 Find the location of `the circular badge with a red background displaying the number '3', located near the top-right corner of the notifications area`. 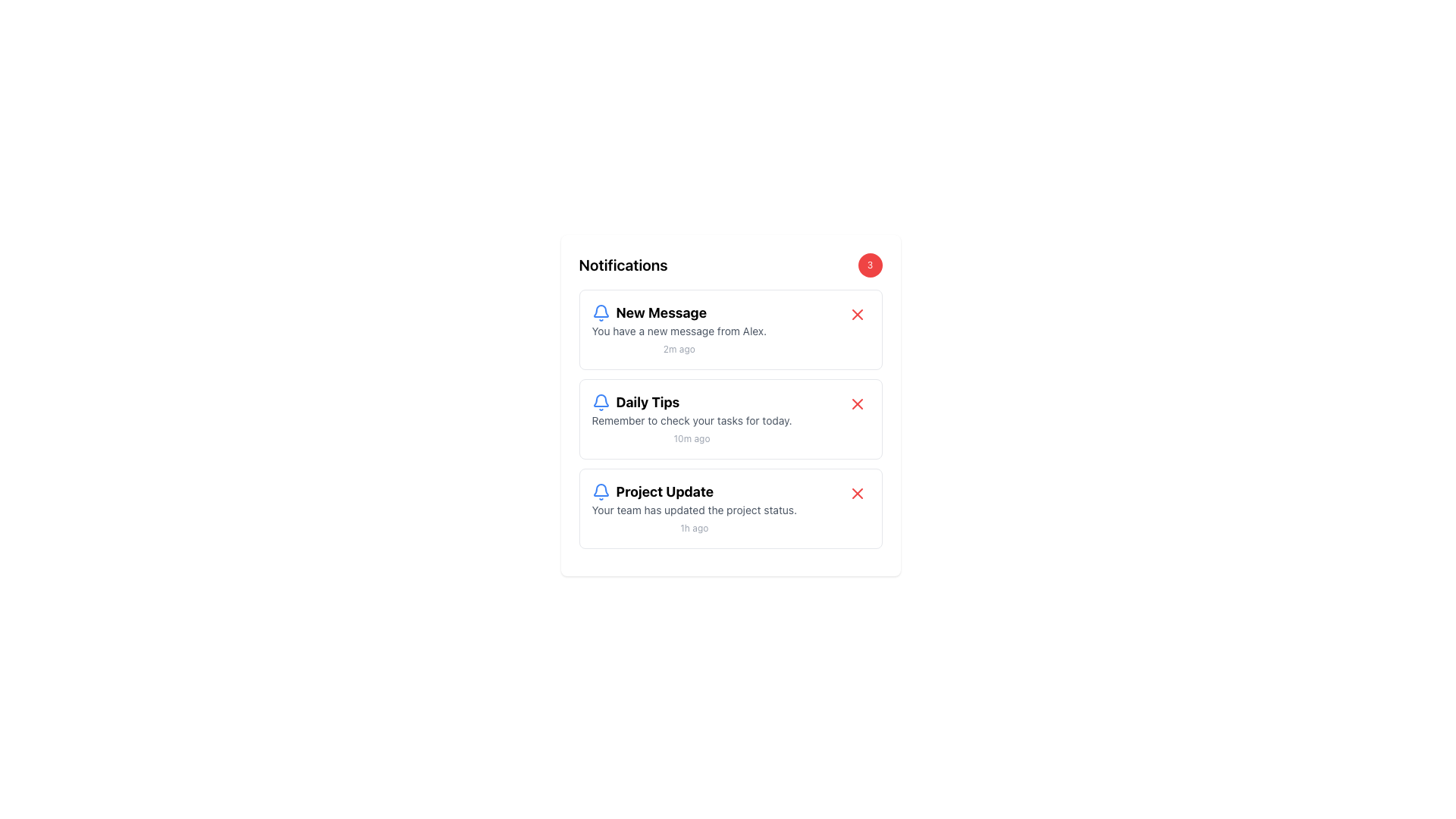

the circular badge with a red background displaying the number '3', located near the top-right corner of the notifications area is located at coordinates (870, 265).